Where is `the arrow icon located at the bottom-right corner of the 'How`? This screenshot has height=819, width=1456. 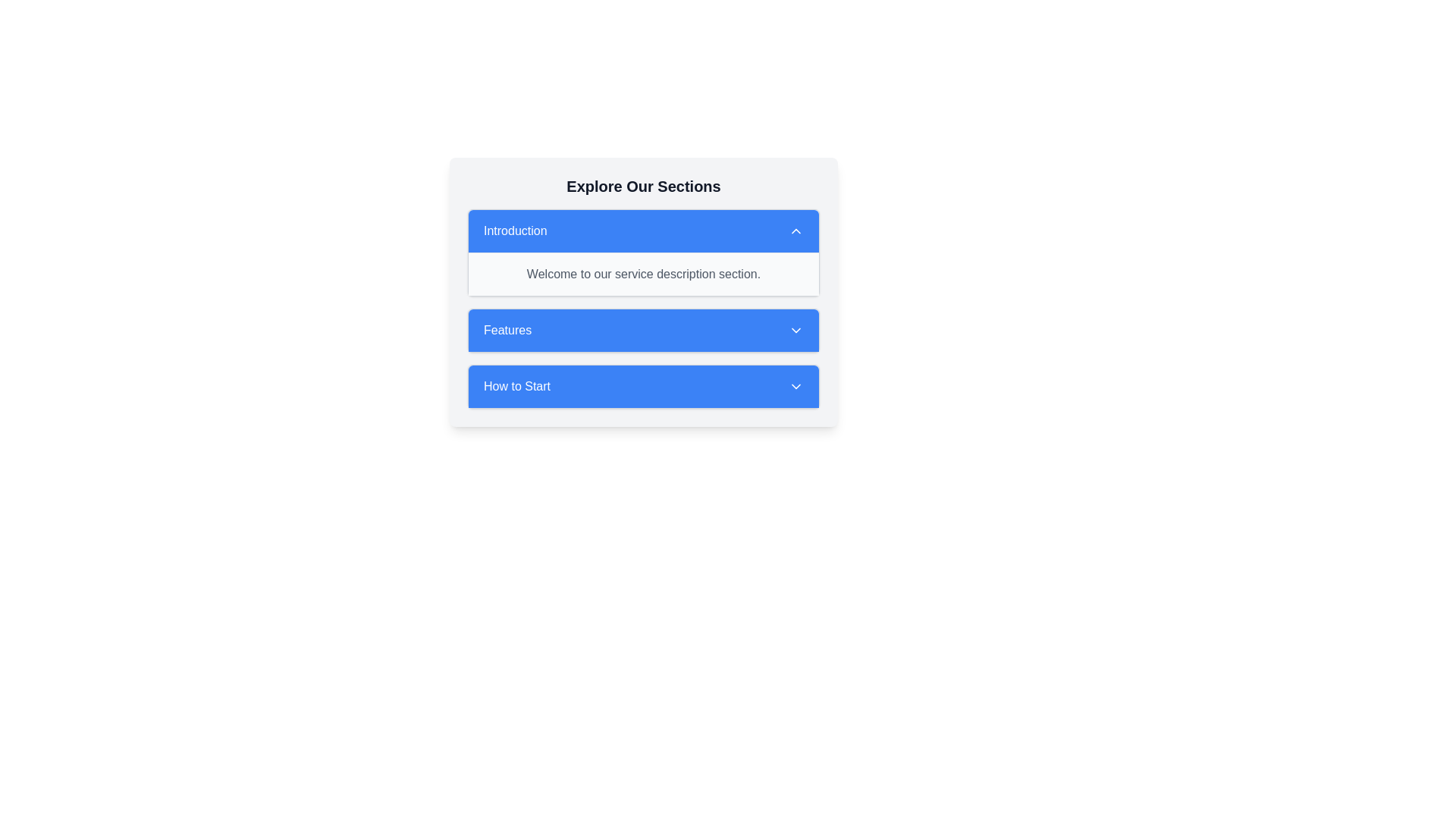
the arrow icon located at the bottom-right corner of the 'How is located at coordinates (795, 385).